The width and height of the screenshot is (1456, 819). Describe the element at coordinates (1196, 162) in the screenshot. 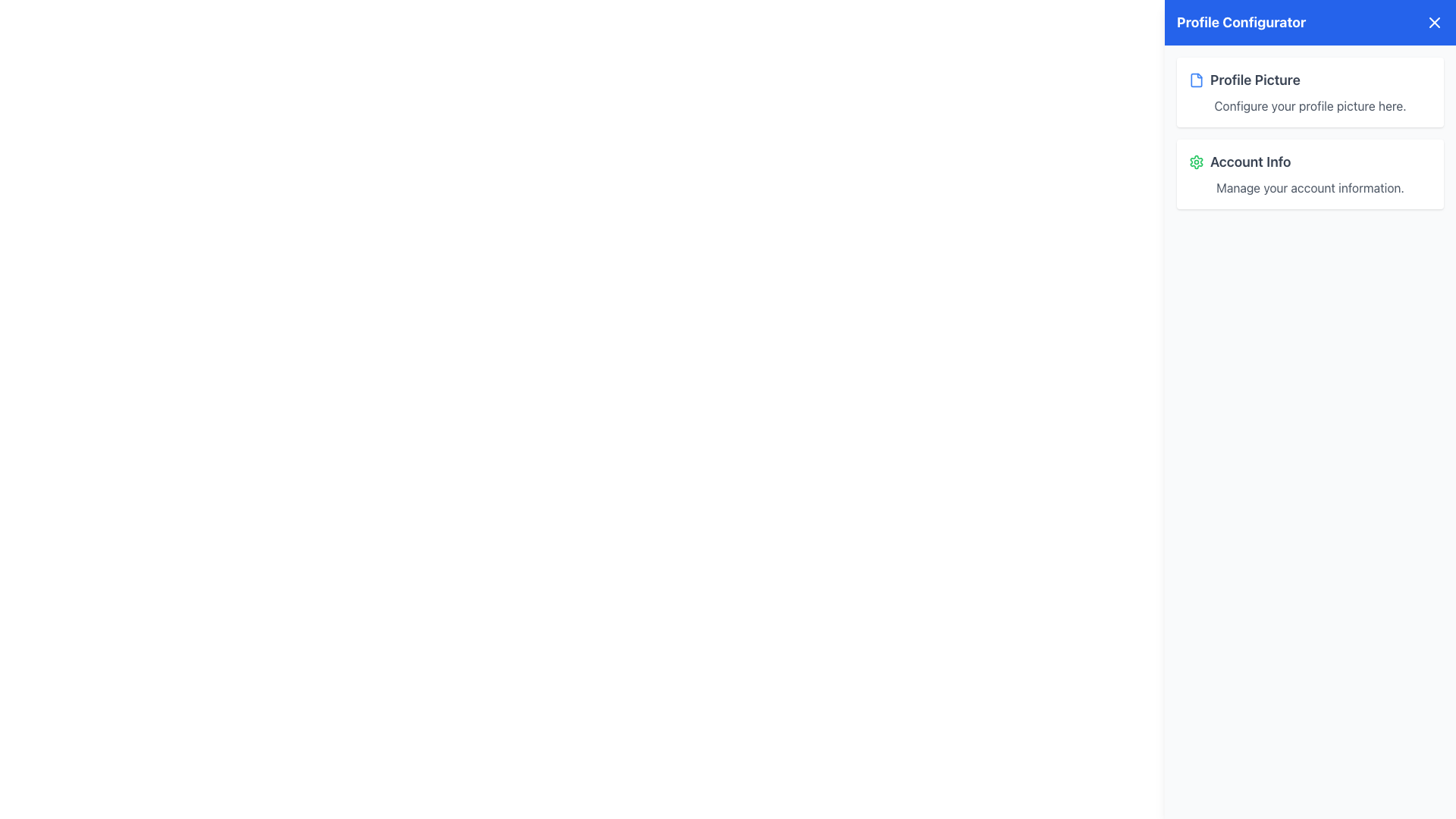

I see `the settings icon located in the 'Account Info' panel of the 'Profile Configurator' interface to use it as a reference for navigation` at that location.